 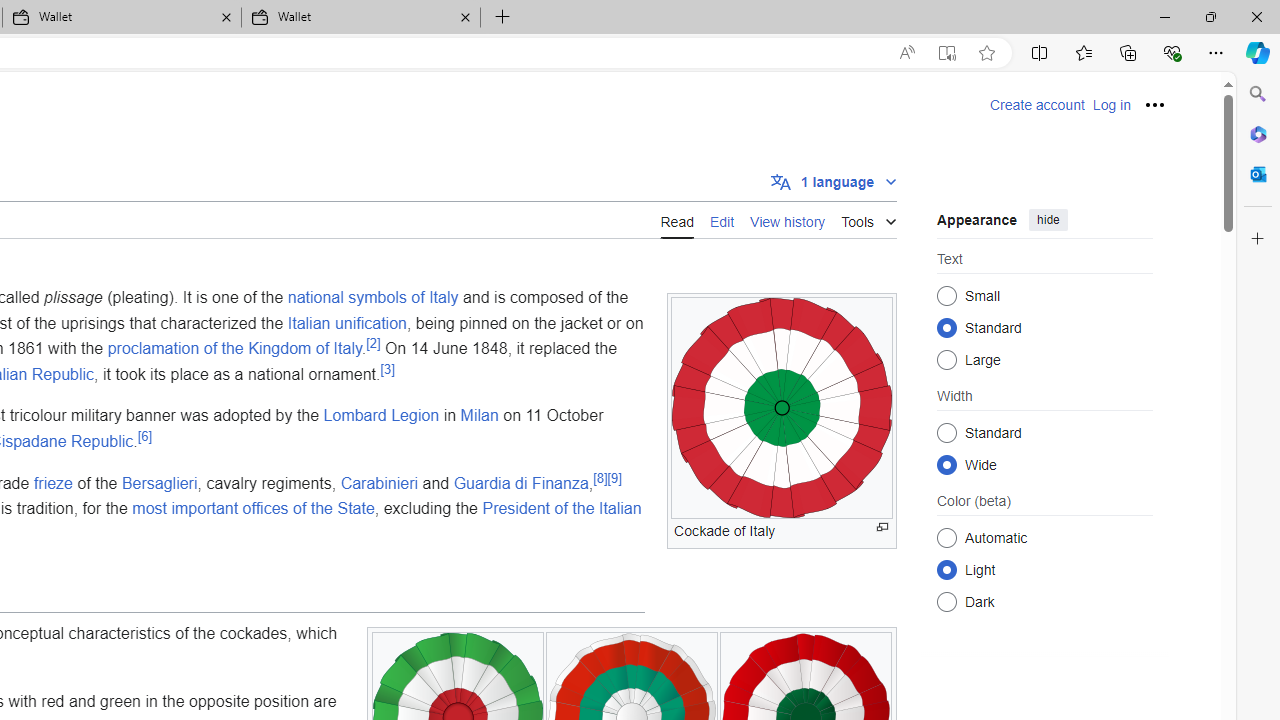 What do you see at coordinates (379, 482) in the screenshot?
I see `'Carabinieri'` at bounding box center [379, 482].